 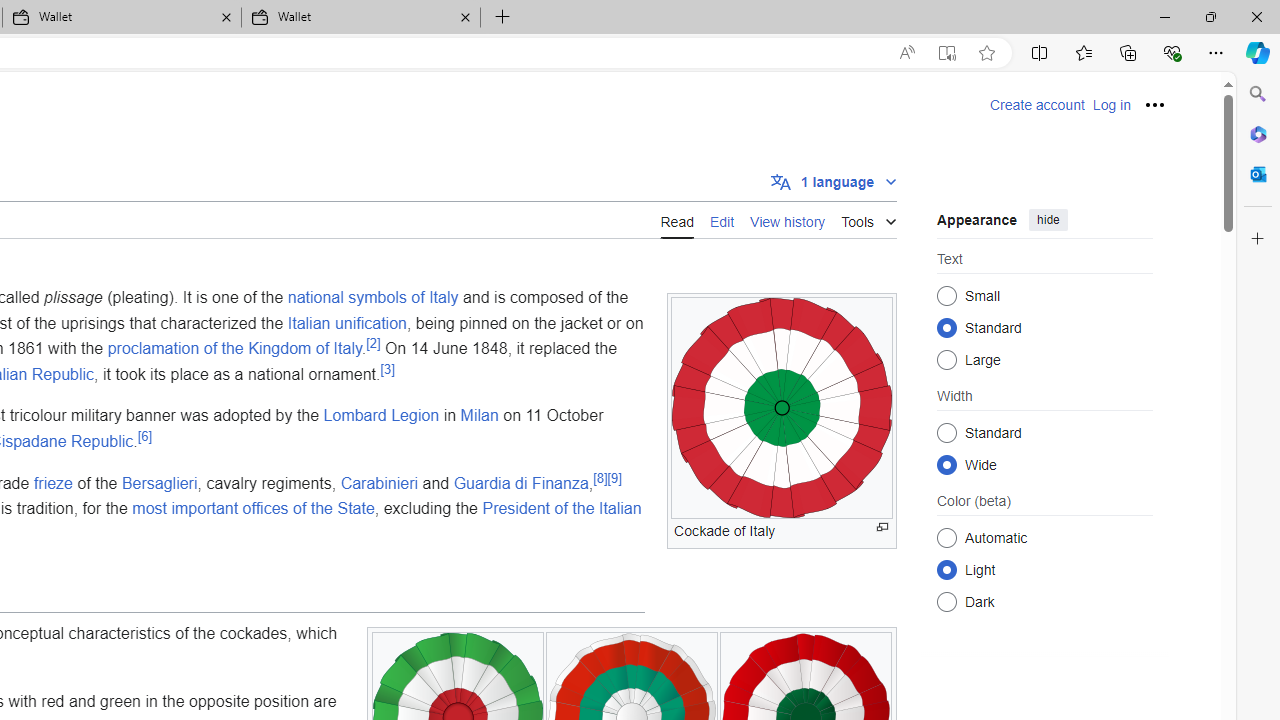 What do you see at coordinates (379, 482) in the screenshot?
I see `'Carabinieri'` at bounding box center [379, 482].